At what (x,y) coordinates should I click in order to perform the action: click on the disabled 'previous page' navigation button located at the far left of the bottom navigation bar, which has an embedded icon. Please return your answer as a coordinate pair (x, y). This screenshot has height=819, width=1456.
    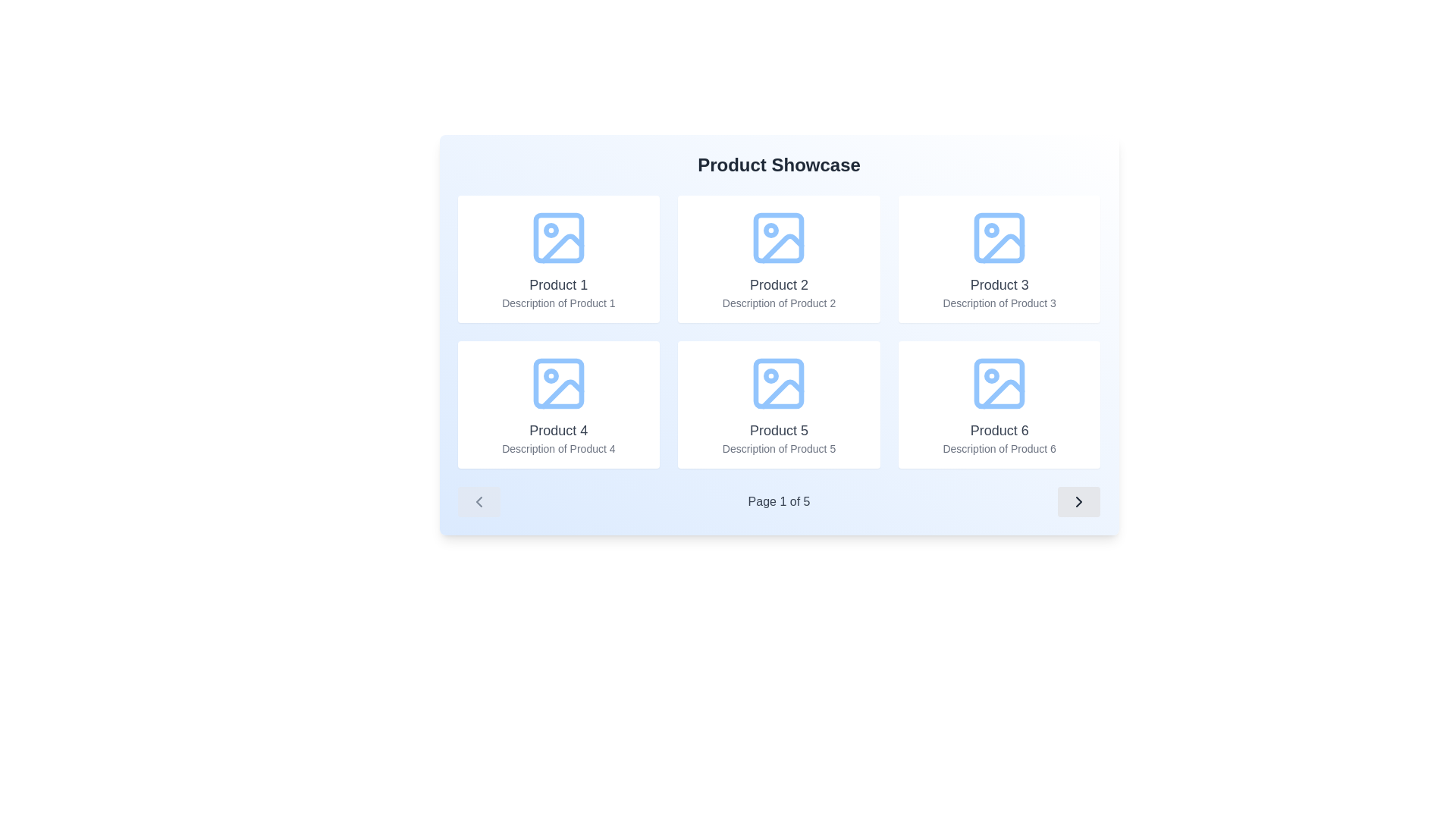
    Looking at the image, I should click on (478, 502).